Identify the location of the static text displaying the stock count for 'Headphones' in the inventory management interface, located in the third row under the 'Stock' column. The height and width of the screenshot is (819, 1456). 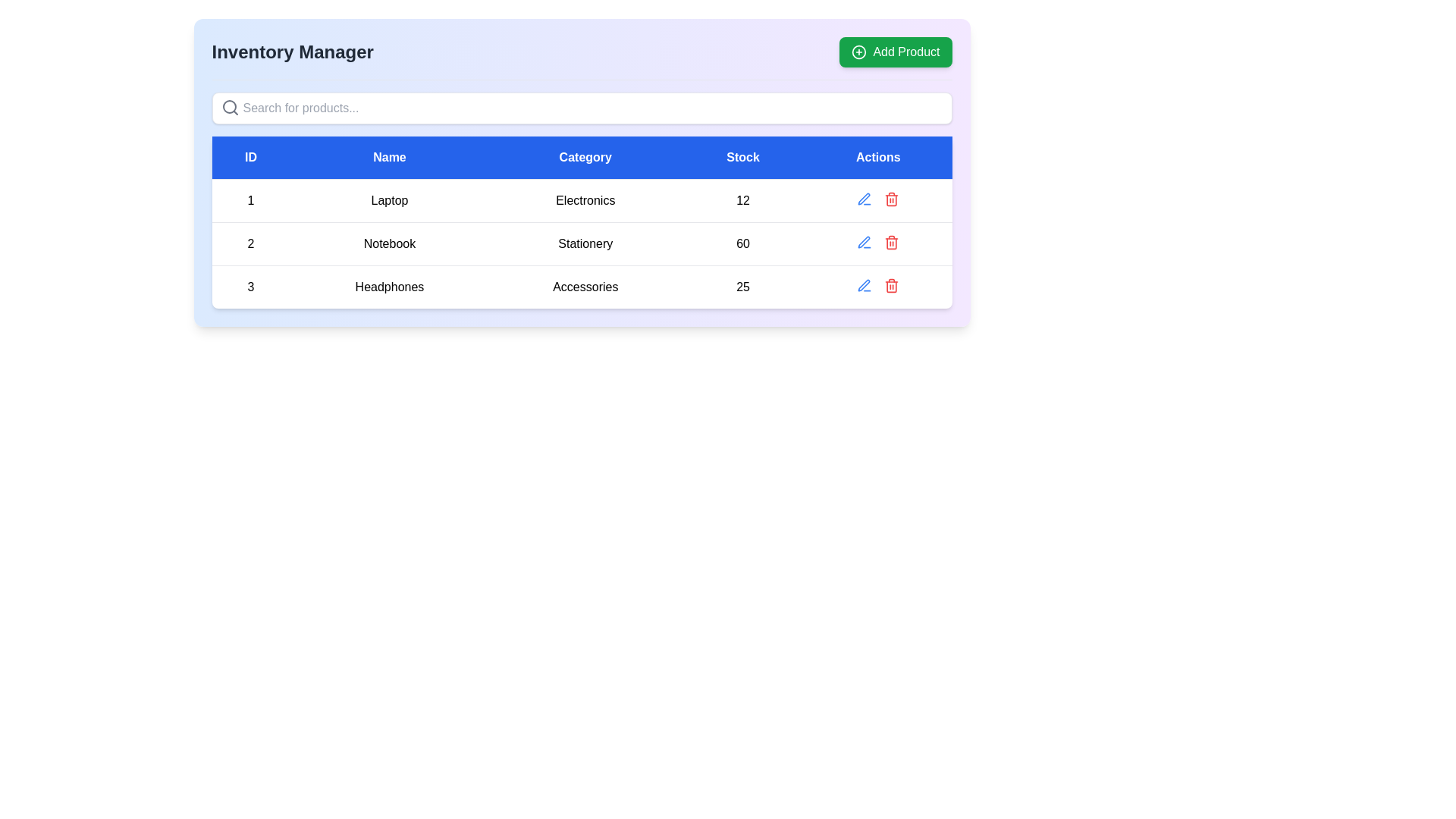
(742, 287).